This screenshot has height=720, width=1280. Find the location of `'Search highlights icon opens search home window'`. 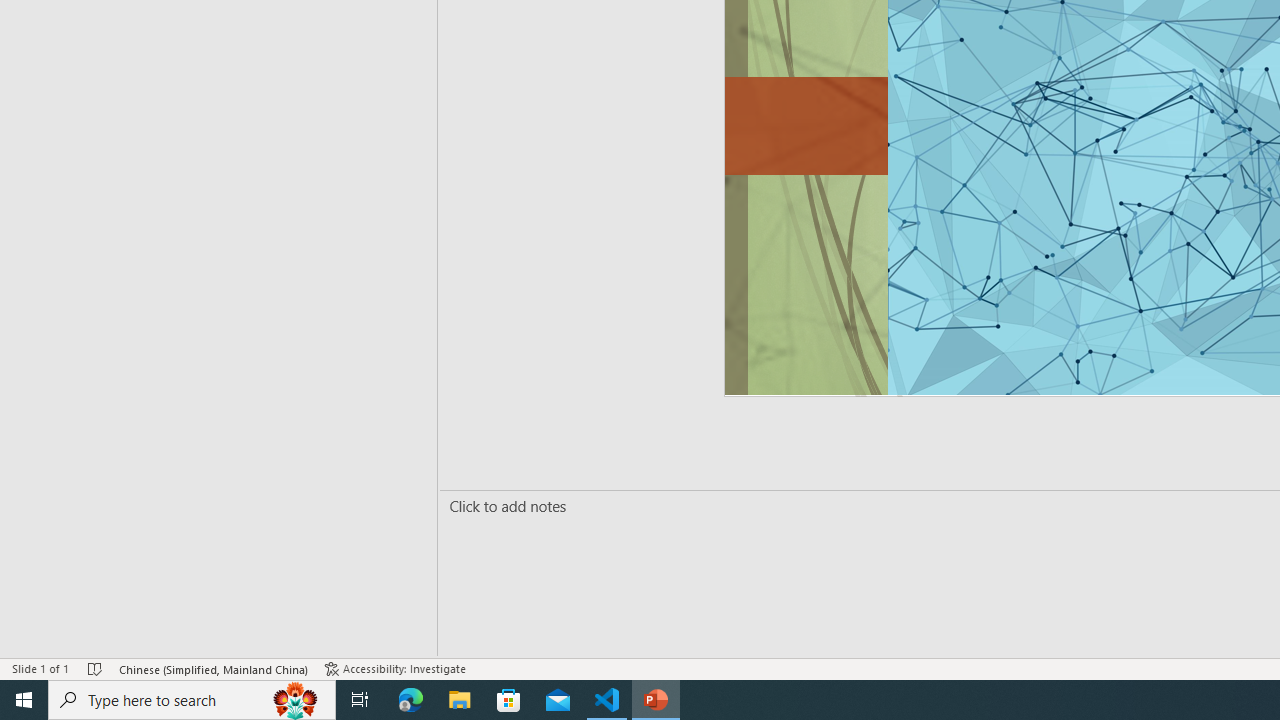

'Search highlights icon opens search home window' is located at coordinates (294, 698).